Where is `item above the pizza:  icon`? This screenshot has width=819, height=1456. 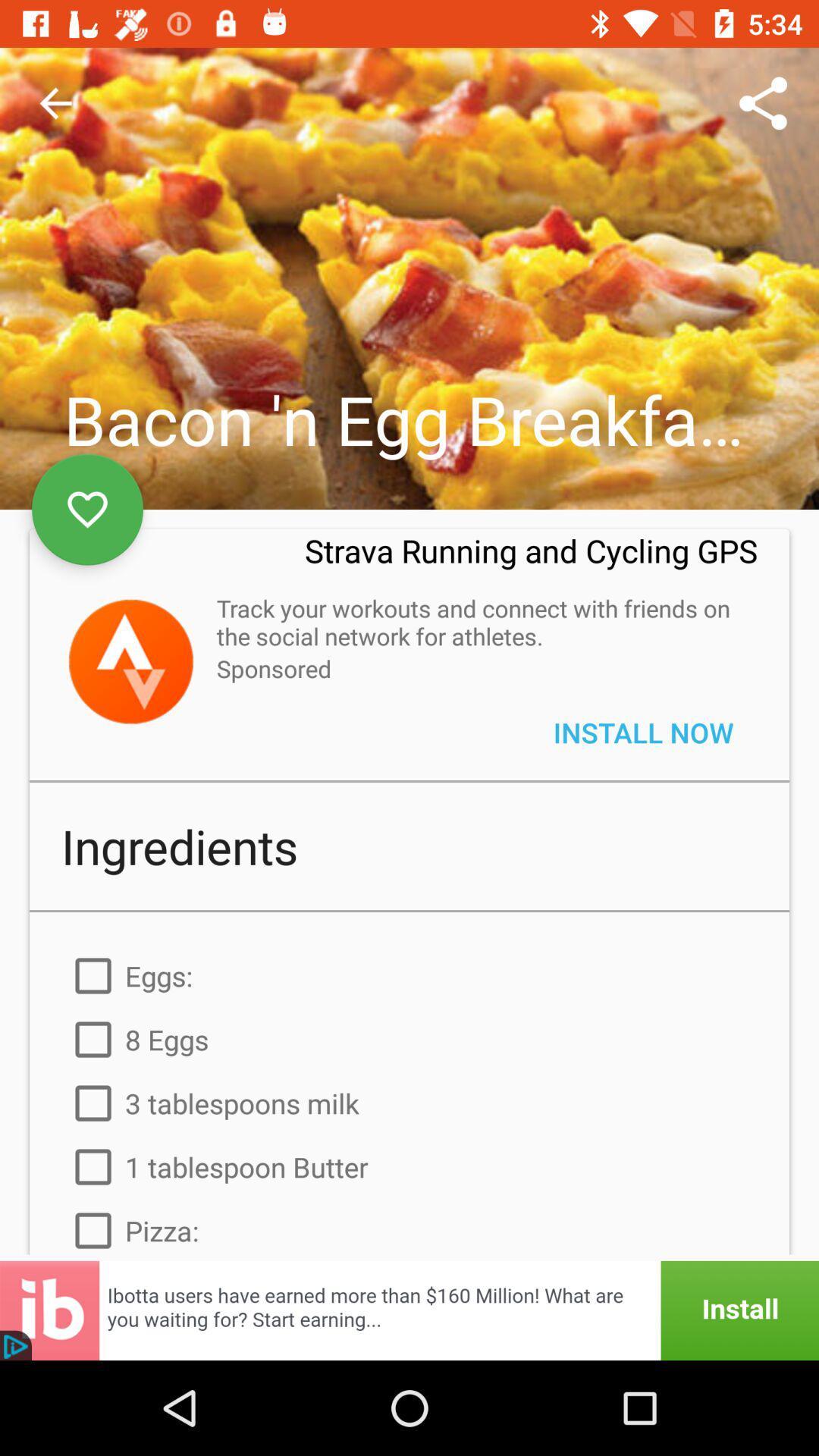 item above the pizza:  icon is located at coordinates (409, 1166).